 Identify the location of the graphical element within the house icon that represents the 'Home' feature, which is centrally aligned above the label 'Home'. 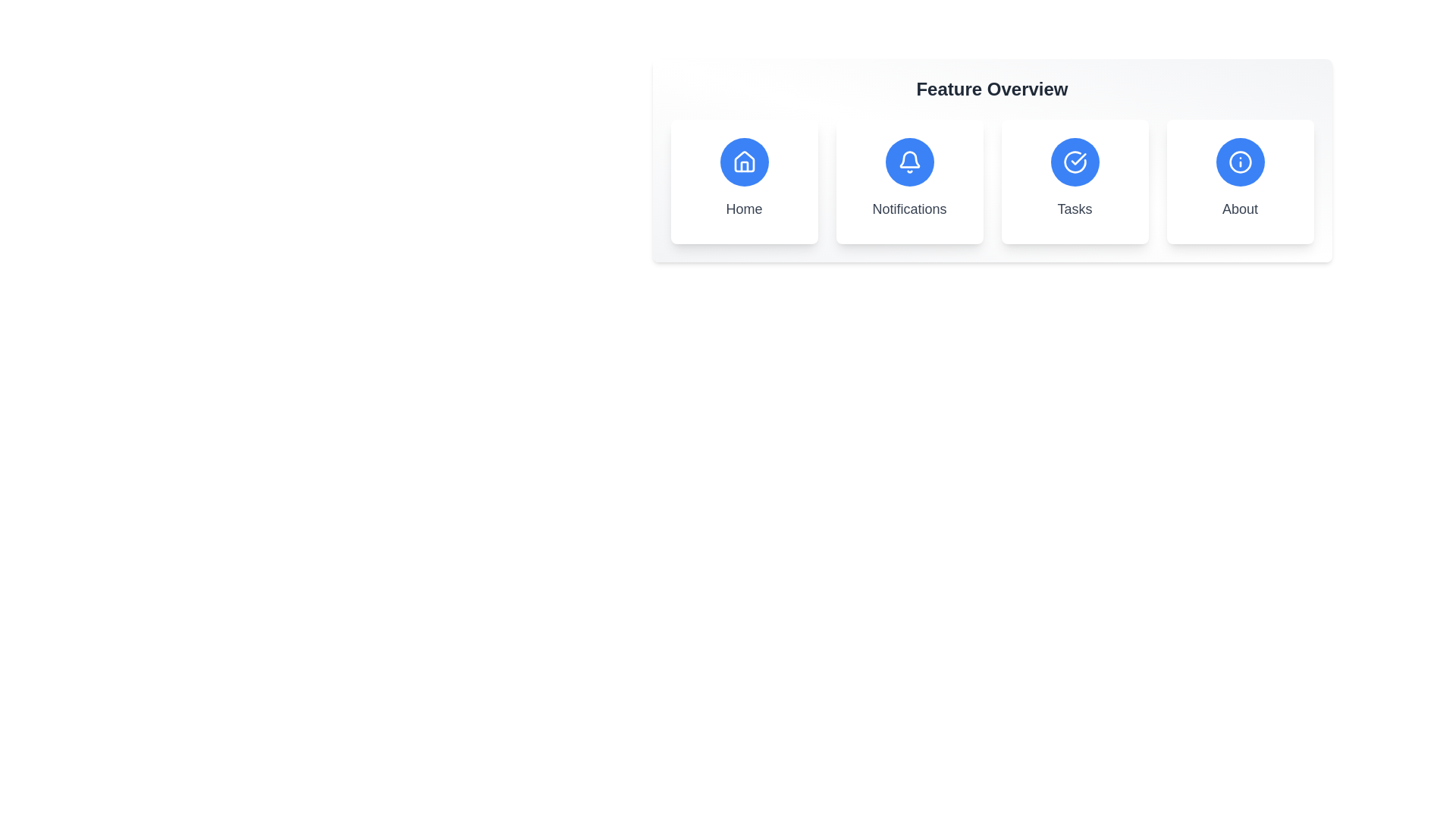
(744, 166).